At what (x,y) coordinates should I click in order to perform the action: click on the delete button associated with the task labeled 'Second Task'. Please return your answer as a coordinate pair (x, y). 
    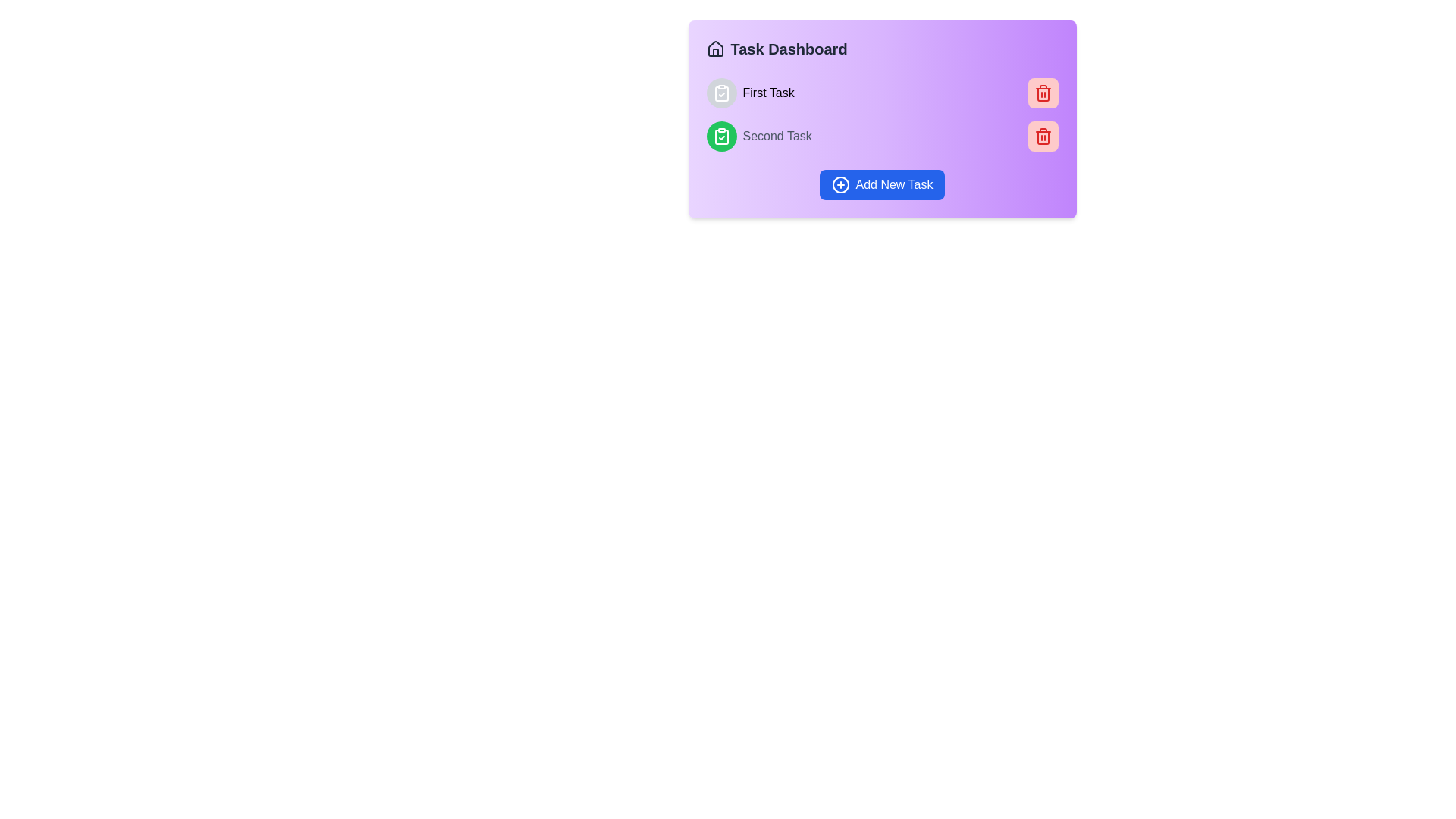
    Looking at the image, I should click on (1042, 137).